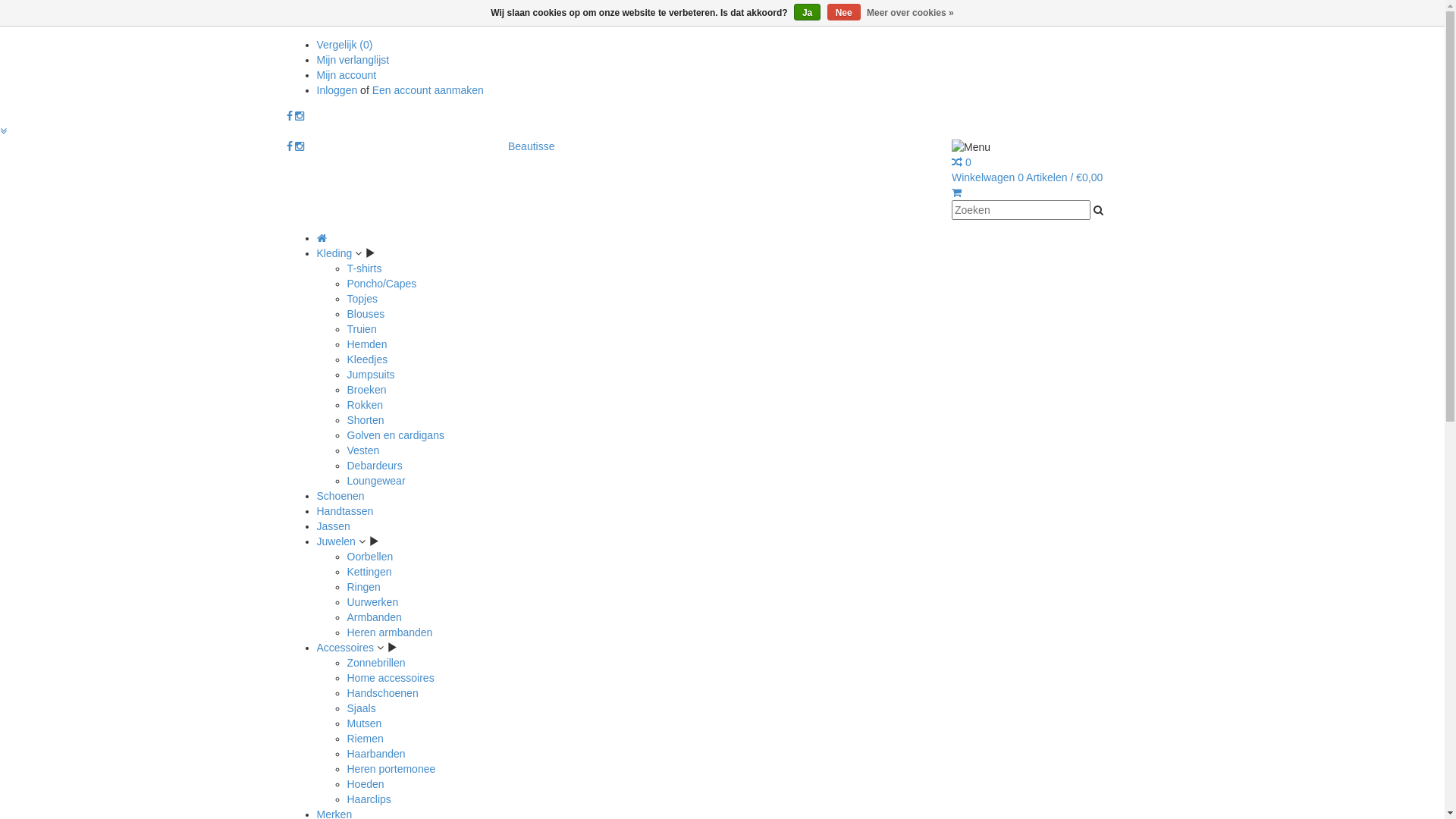 The image size is (1456, 819). I want to click on 'Riemen', so click(365, 738).